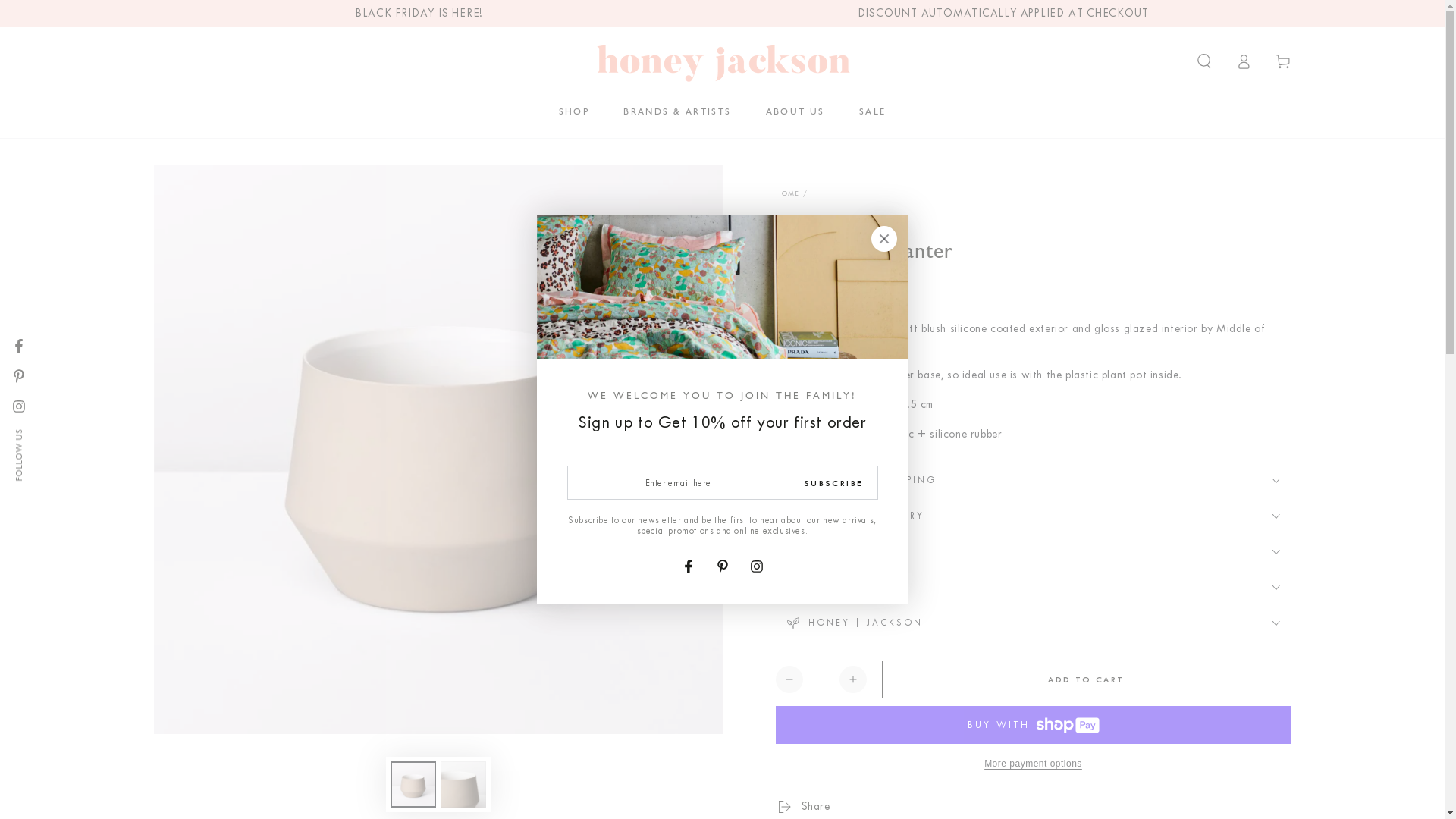 The width and height of the screenshot is (1456, 819). What do you see at coordinates (795, 110) in the screenshot?
I see `'ABOUT US'` at bounding box center [795, 110].